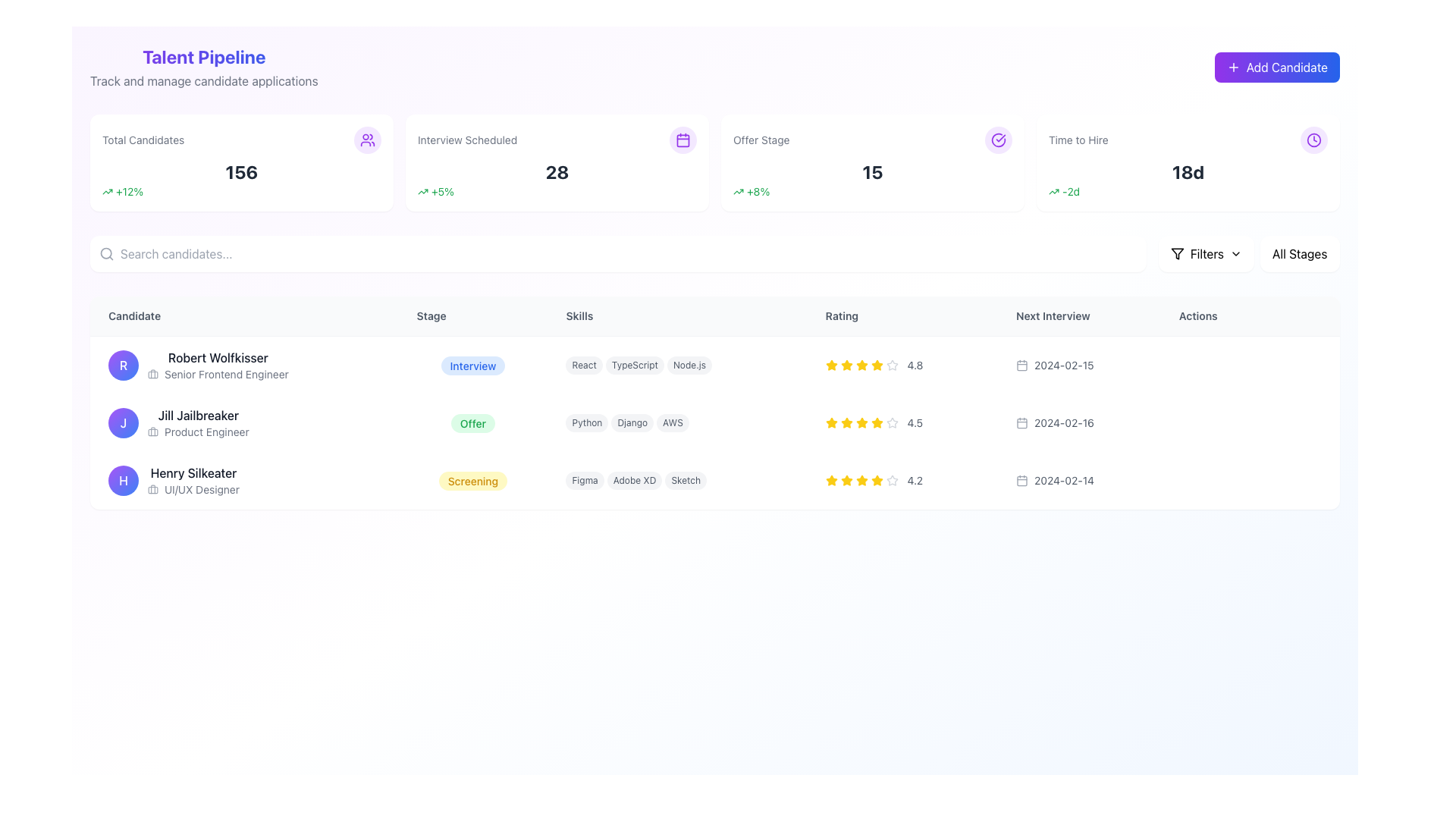 This screenshot has width=1456, height=819. I want to click on the calendar icon in the 'Next Interview' column for the candidate 'Jill Jailbreaker', which indicates the date '2024-02-16', so click(1022, 423).